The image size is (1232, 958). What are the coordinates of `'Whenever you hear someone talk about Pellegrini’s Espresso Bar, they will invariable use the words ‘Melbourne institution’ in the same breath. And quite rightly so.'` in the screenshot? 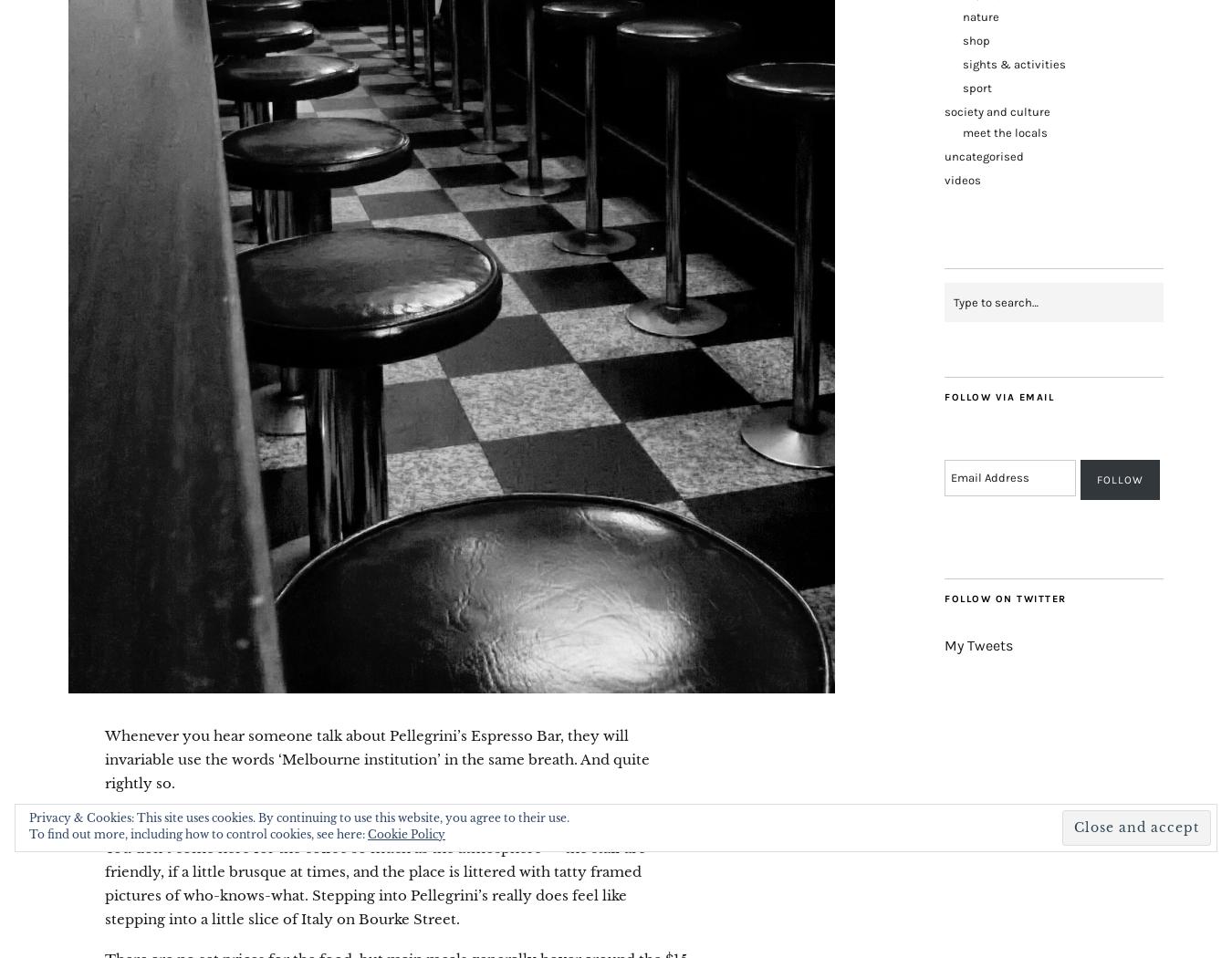 It's located at (377, 759).